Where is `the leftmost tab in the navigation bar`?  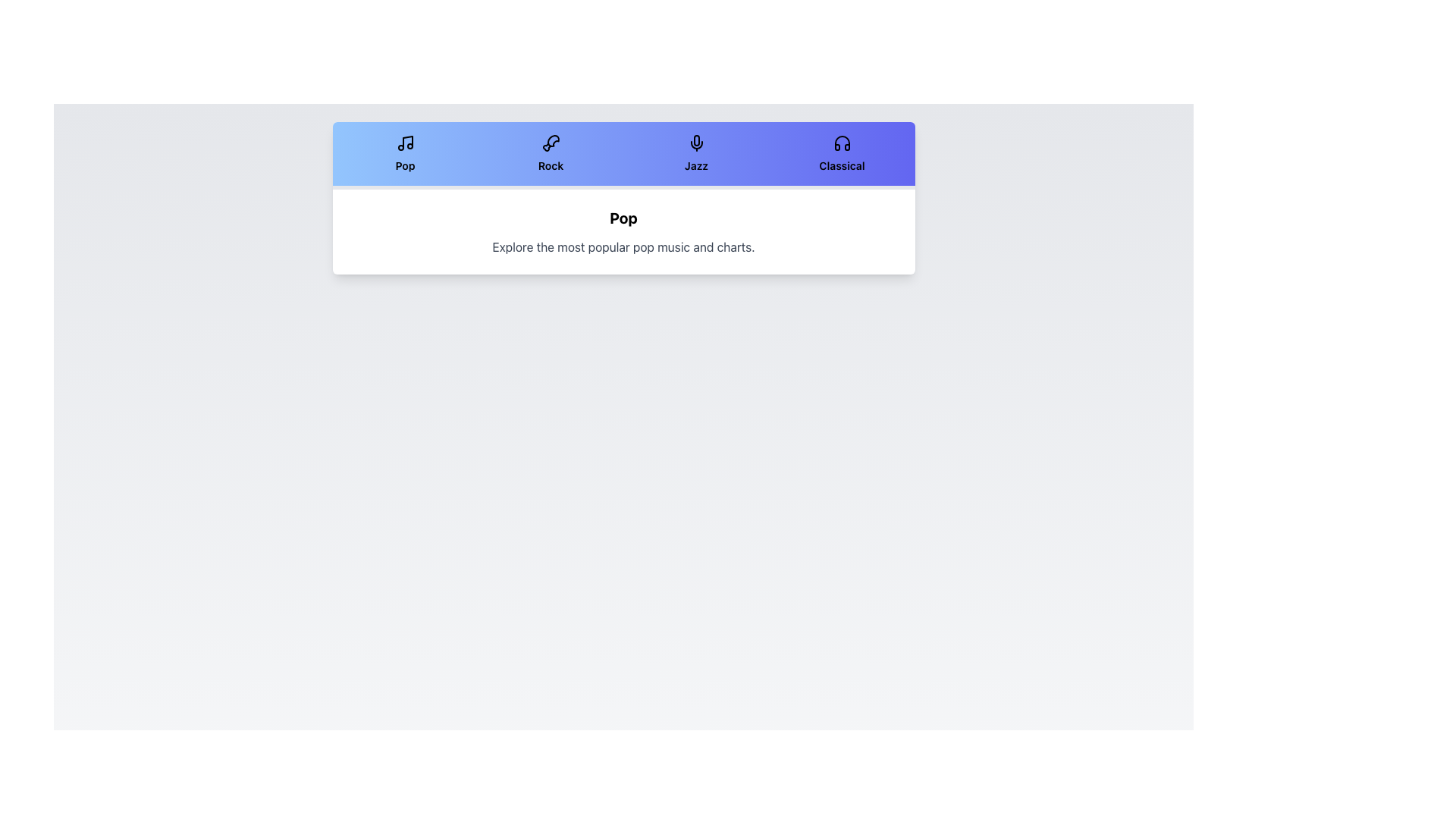
the leftmost tab in the navigation bar is located at coordinates (405, 155).